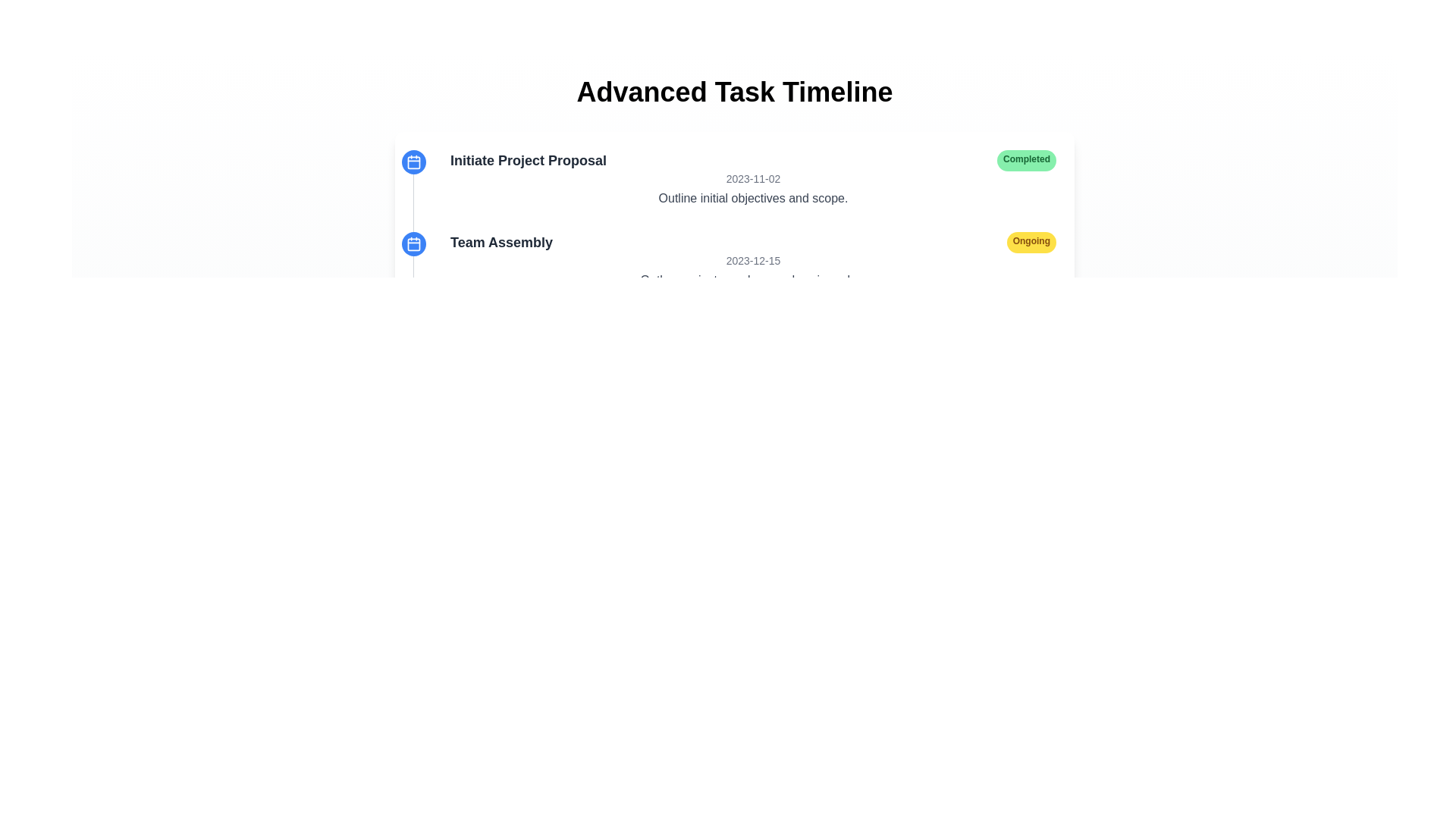  I want to click on the text label displaying '2023-12-15' located below the 'Team Assembly' title in the timeline interface, so click(753, 259).